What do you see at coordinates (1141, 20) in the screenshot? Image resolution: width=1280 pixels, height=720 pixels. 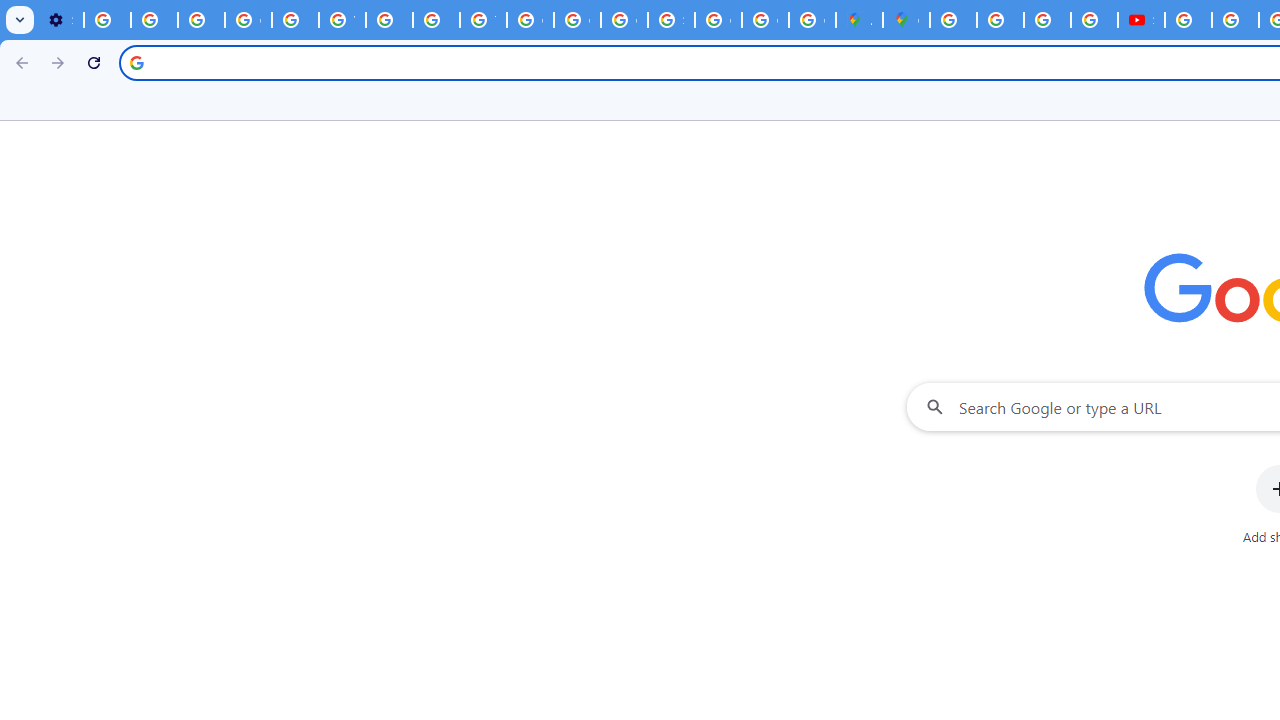 I see `'Subscriptions - YouTube'` at bounding box center [1141, 20].